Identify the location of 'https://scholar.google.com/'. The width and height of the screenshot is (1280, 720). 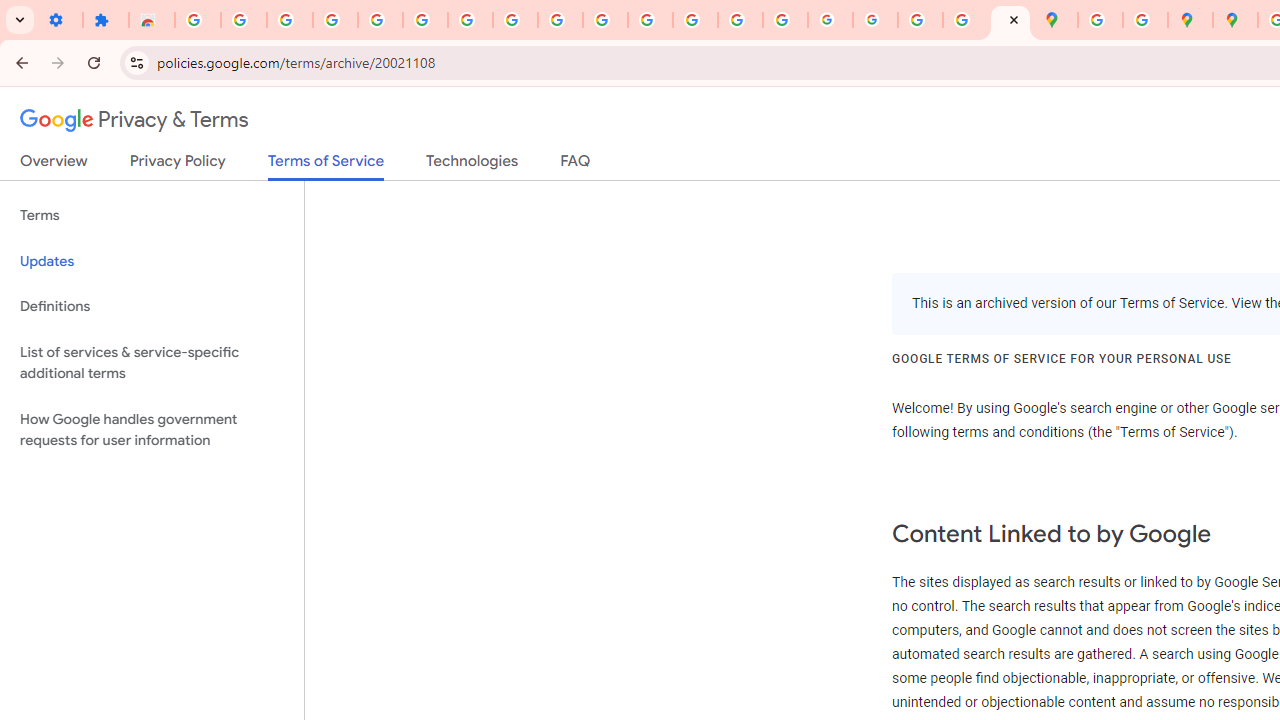
(650, 20).